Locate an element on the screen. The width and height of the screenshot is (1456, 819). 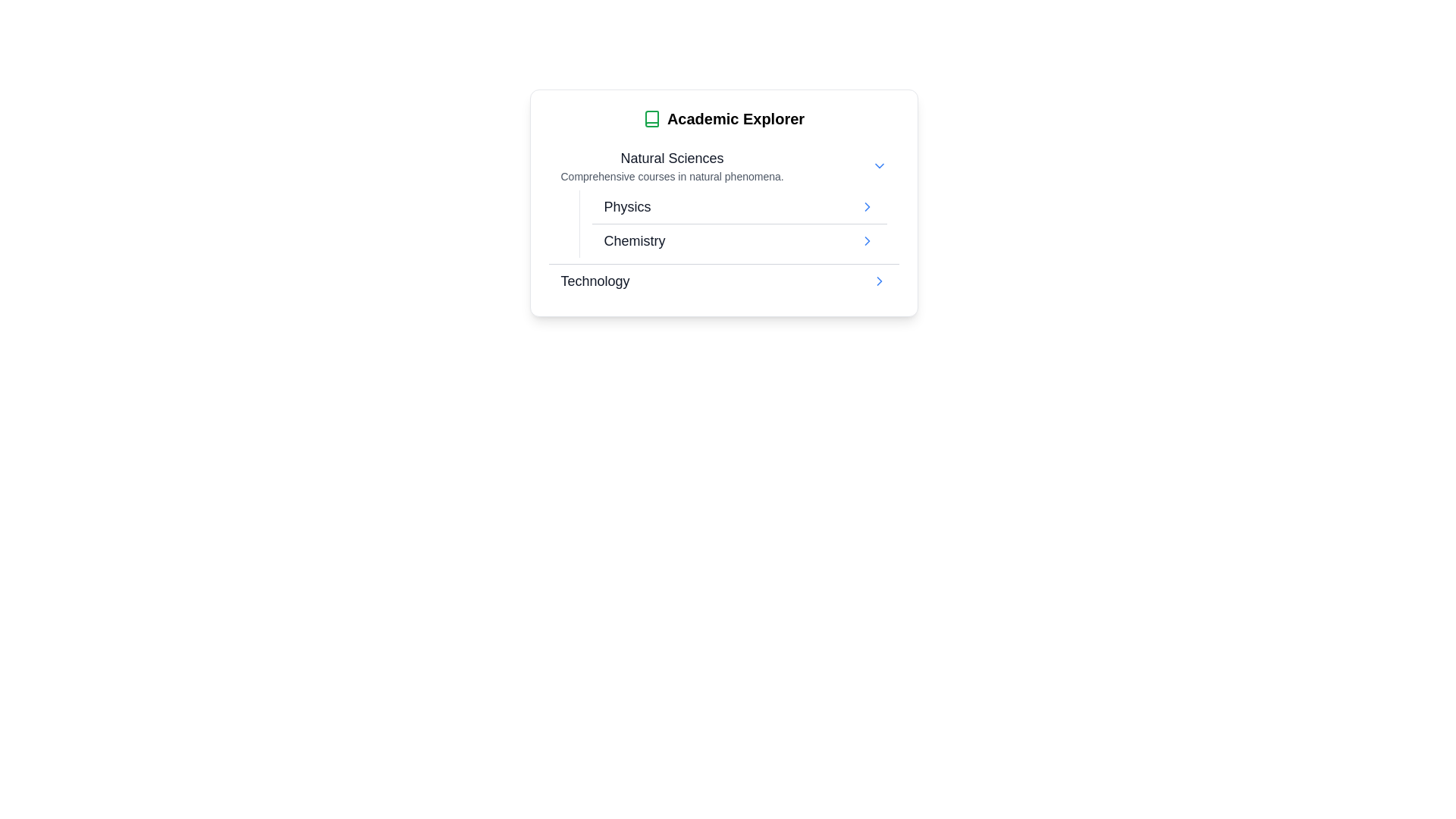
the 'Technology' button, which is the last item under the 'Natural Sciences' section is located at coordinates (723, 281).